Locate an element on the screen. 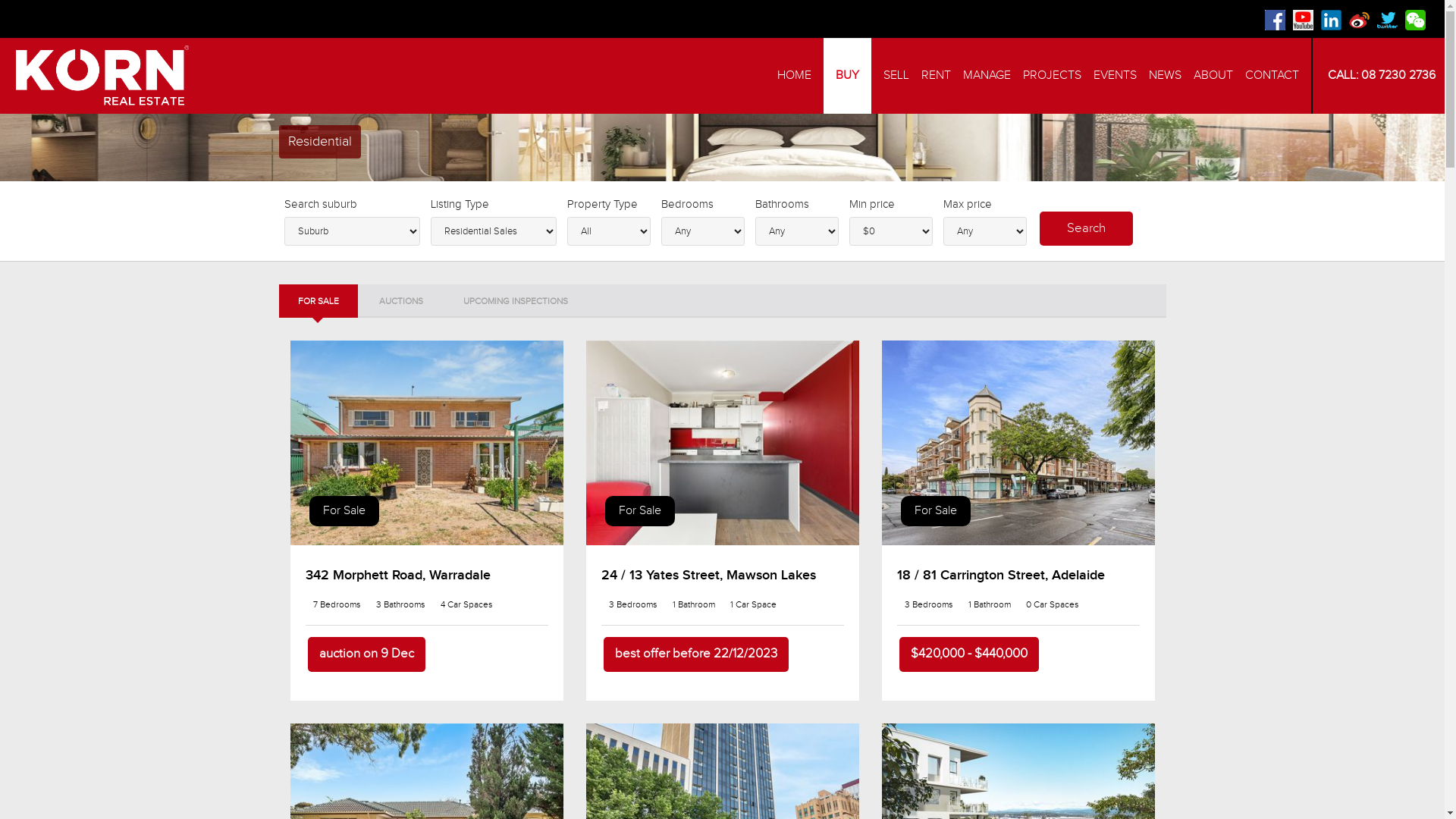 The width and height of the screenshot is (1456, 819). 'auction on 9 Dec' is located at coordinates (307, 654).